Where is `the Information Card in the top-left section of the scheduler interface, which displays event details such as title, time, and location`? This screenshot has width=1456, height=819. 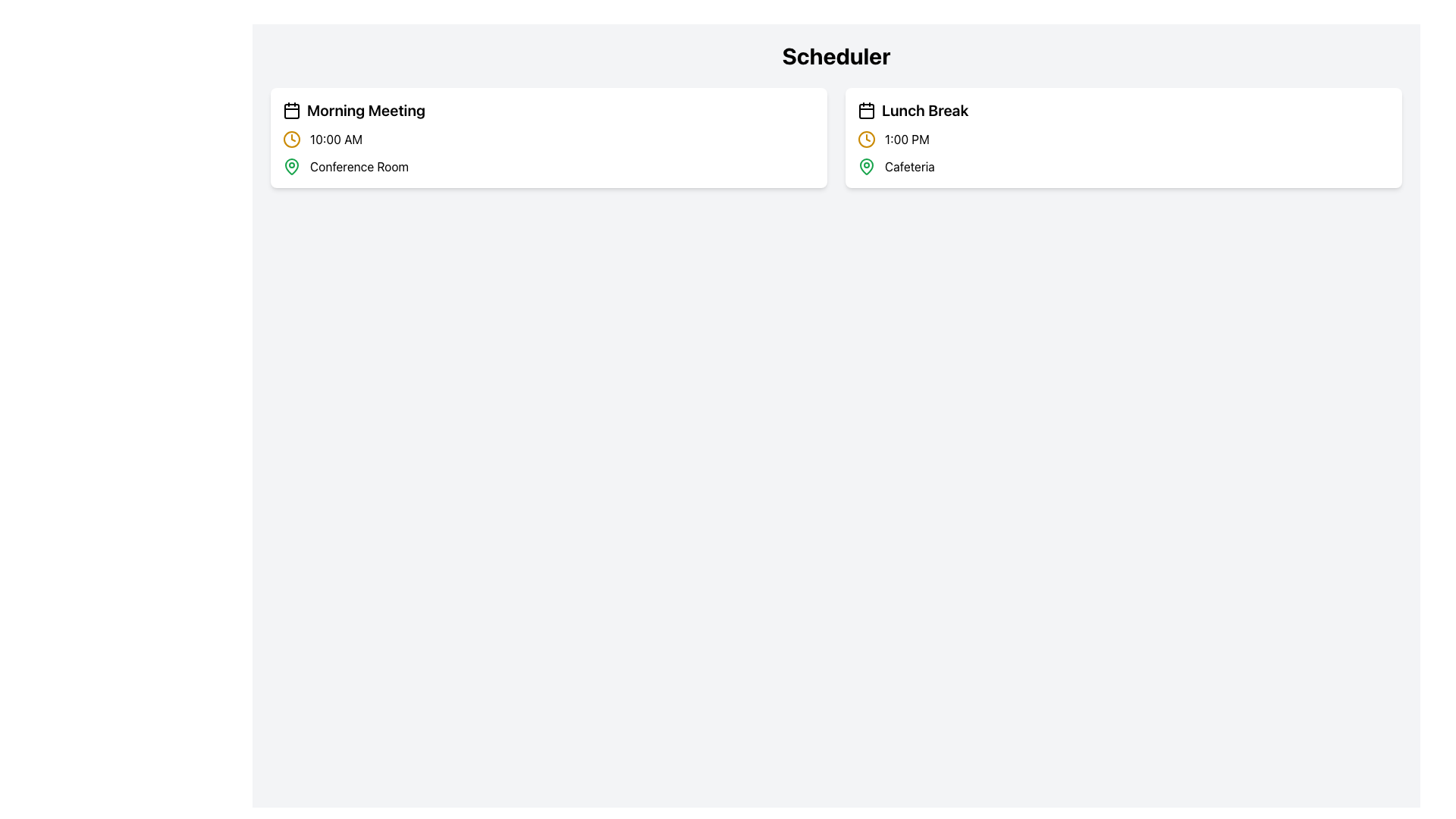
the Information Card in the top-left section of the scheduler interface, which displays event details such as title, time, and location is located at coordinates (548, 137).